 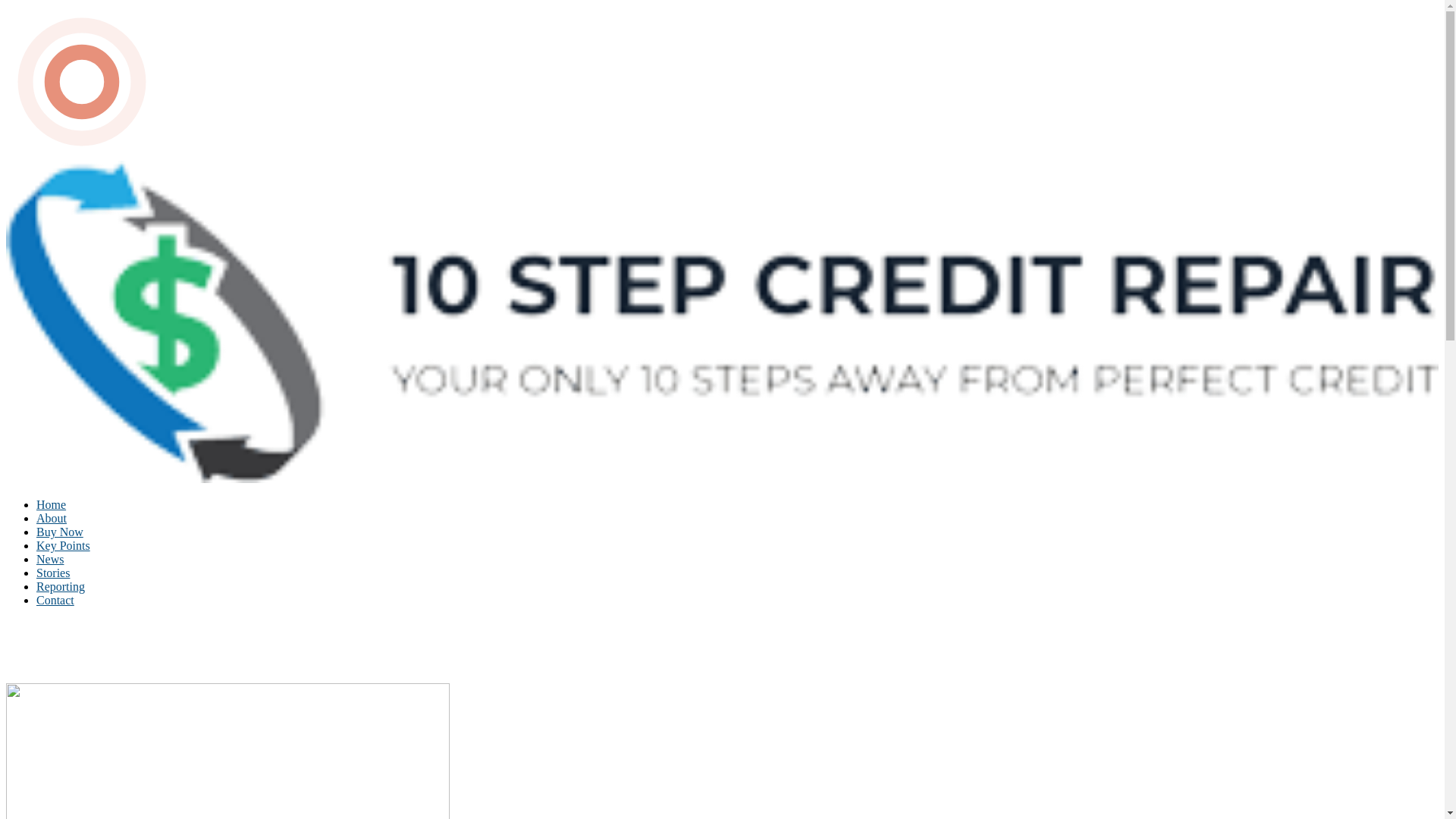 I want to click on 'News', so click(x=50, y=559).